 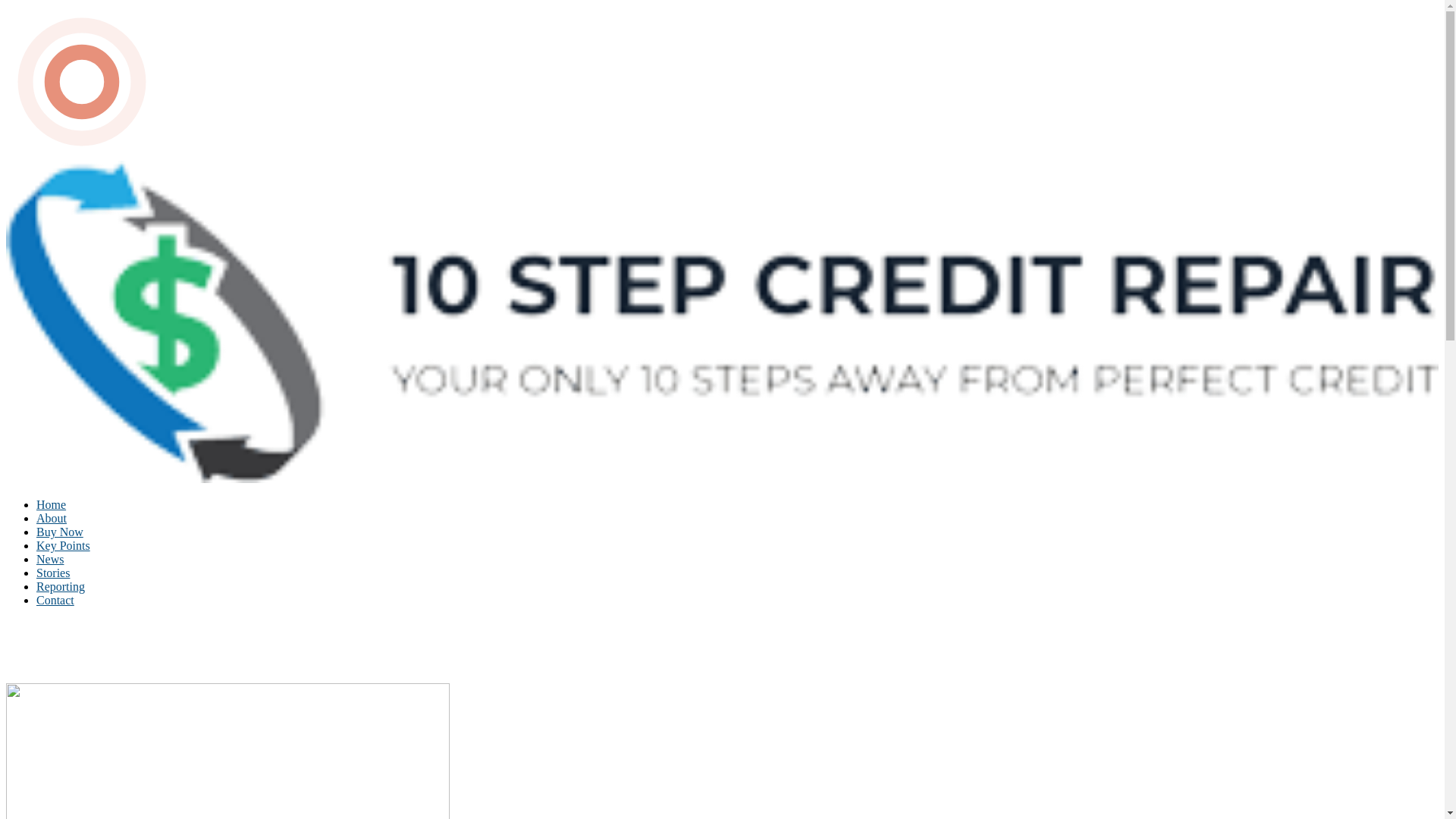 I want to click on 'News', so click(x=50, y=559).